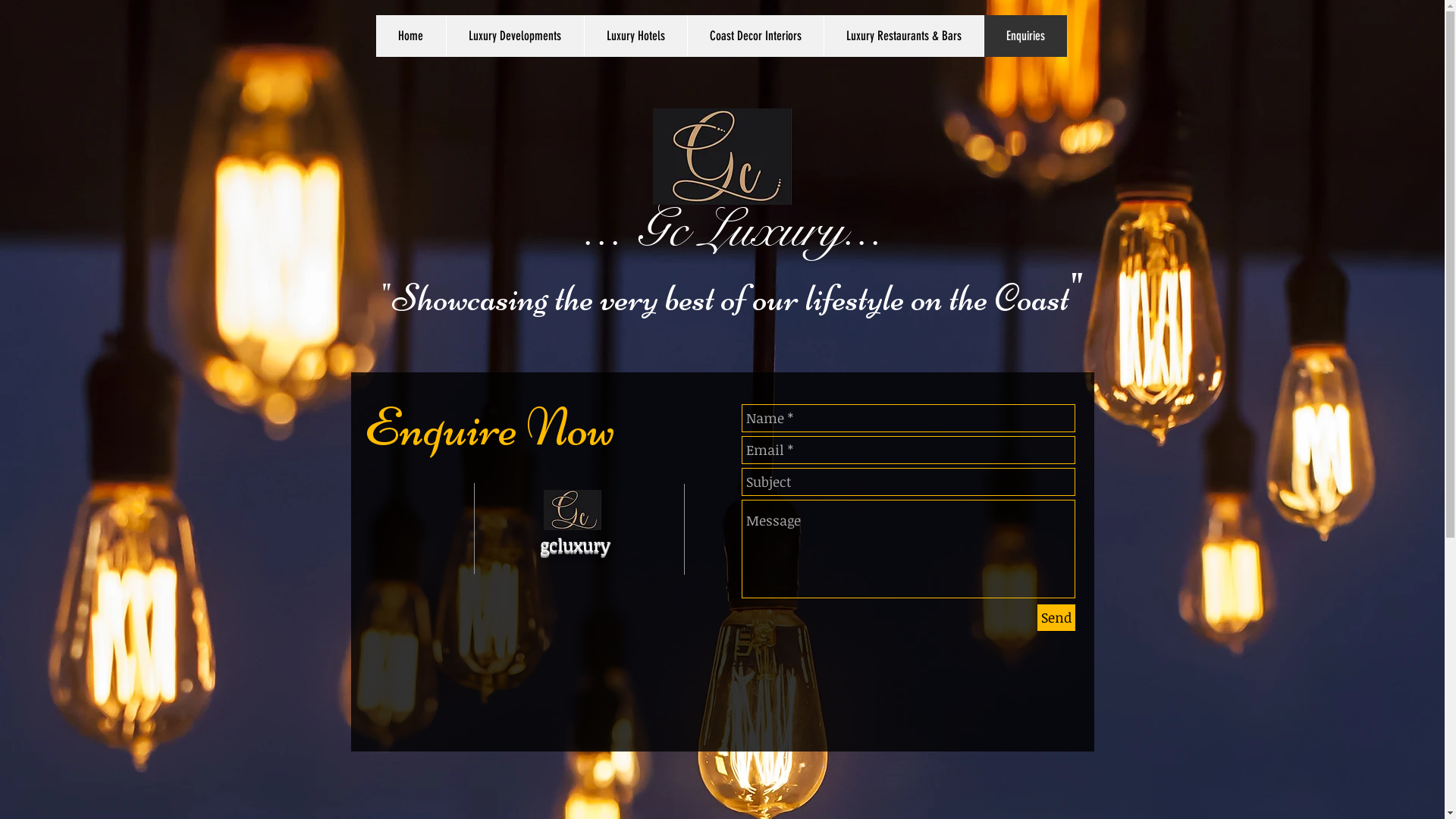 Image resolution: width=1456 pixels, height=819 pixels. Describe the element at coordinates (1055, 617) in the screenshot. I see `'Send'` at that location.